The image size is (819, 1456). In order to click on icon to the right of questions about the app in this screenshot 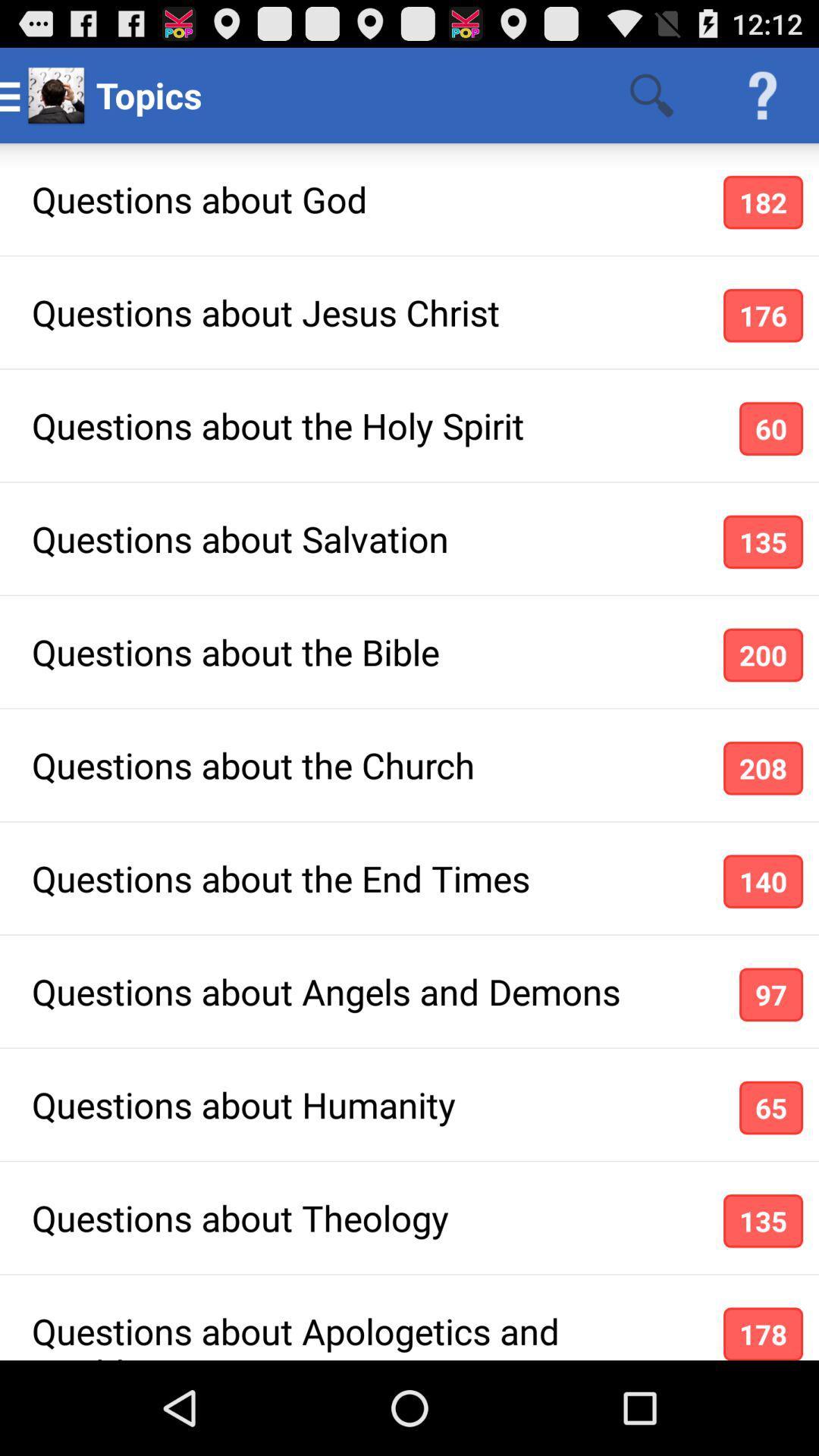, I will do `click(763, 655)`.